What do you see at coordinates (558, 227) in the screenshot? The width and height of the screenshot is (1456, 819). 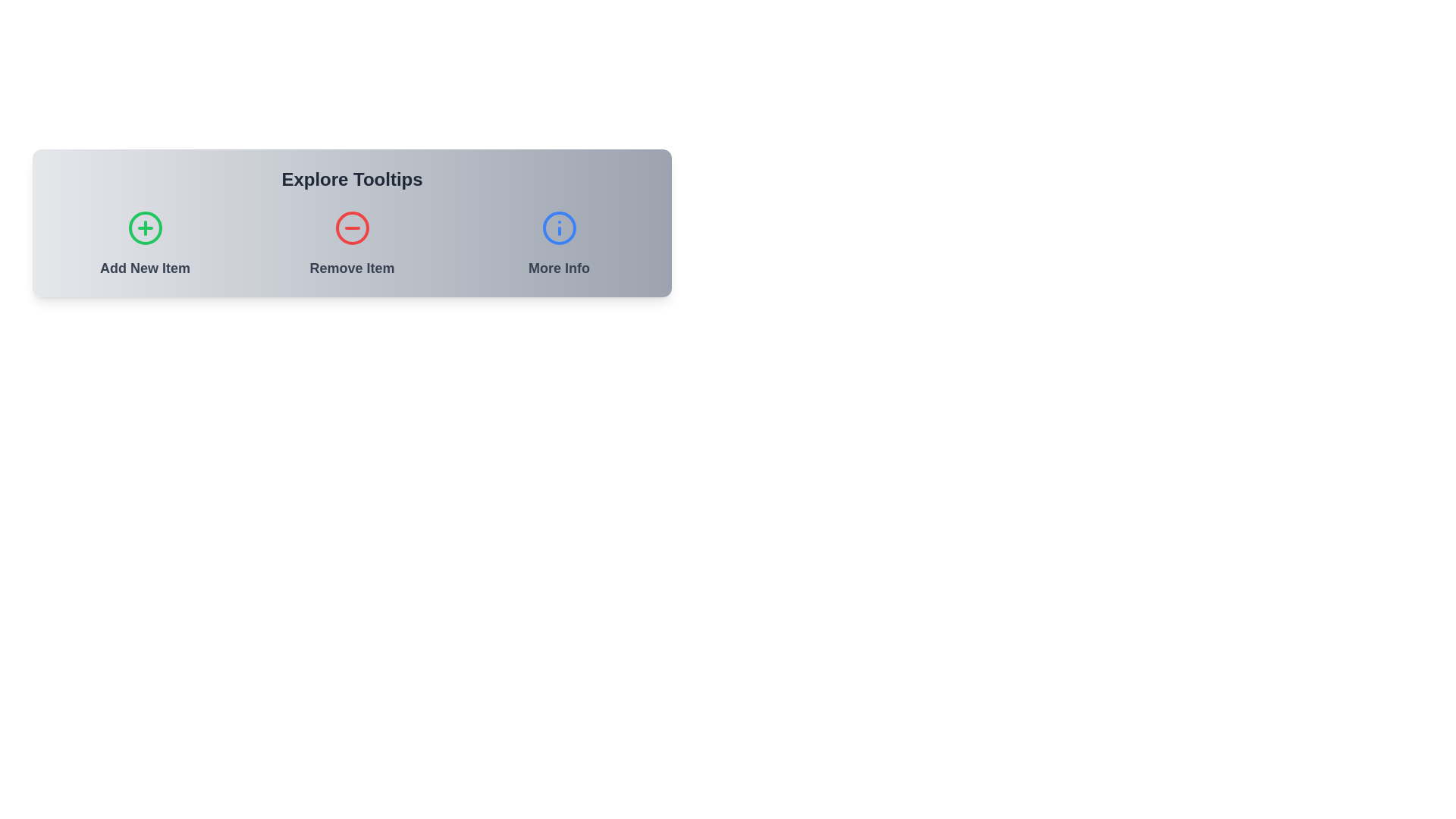 I see `the circular blue outlined icon with a lowercase 'i'` at bounding box center [558, 227].